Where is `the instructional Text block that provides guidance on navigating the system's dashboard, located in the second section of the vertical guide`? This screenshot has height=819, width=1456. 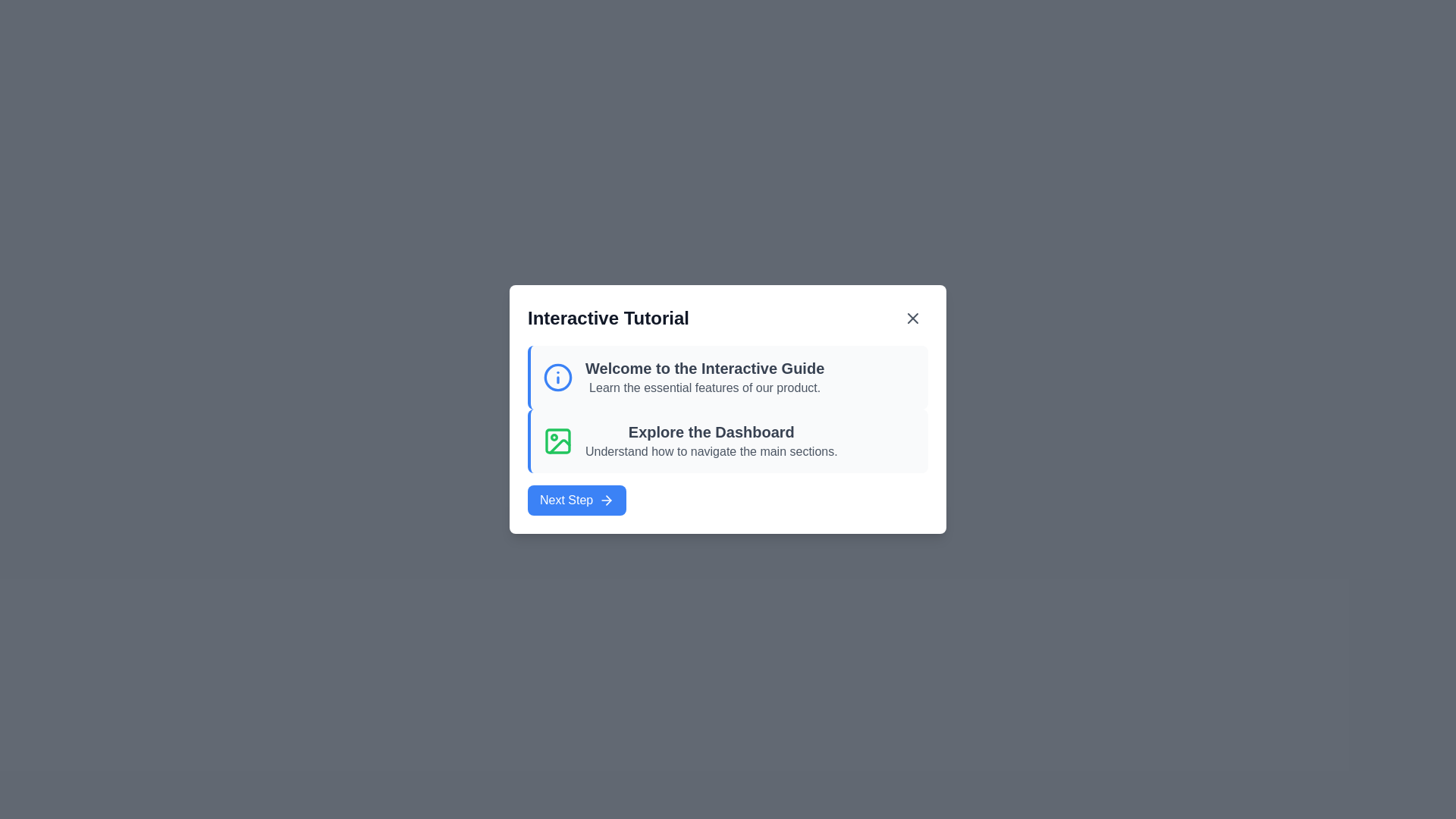 the instructional Text block that provides guidance on navigating the system's dashboard, located in the second section of the vertical guide is located at coordinates (711, 441).